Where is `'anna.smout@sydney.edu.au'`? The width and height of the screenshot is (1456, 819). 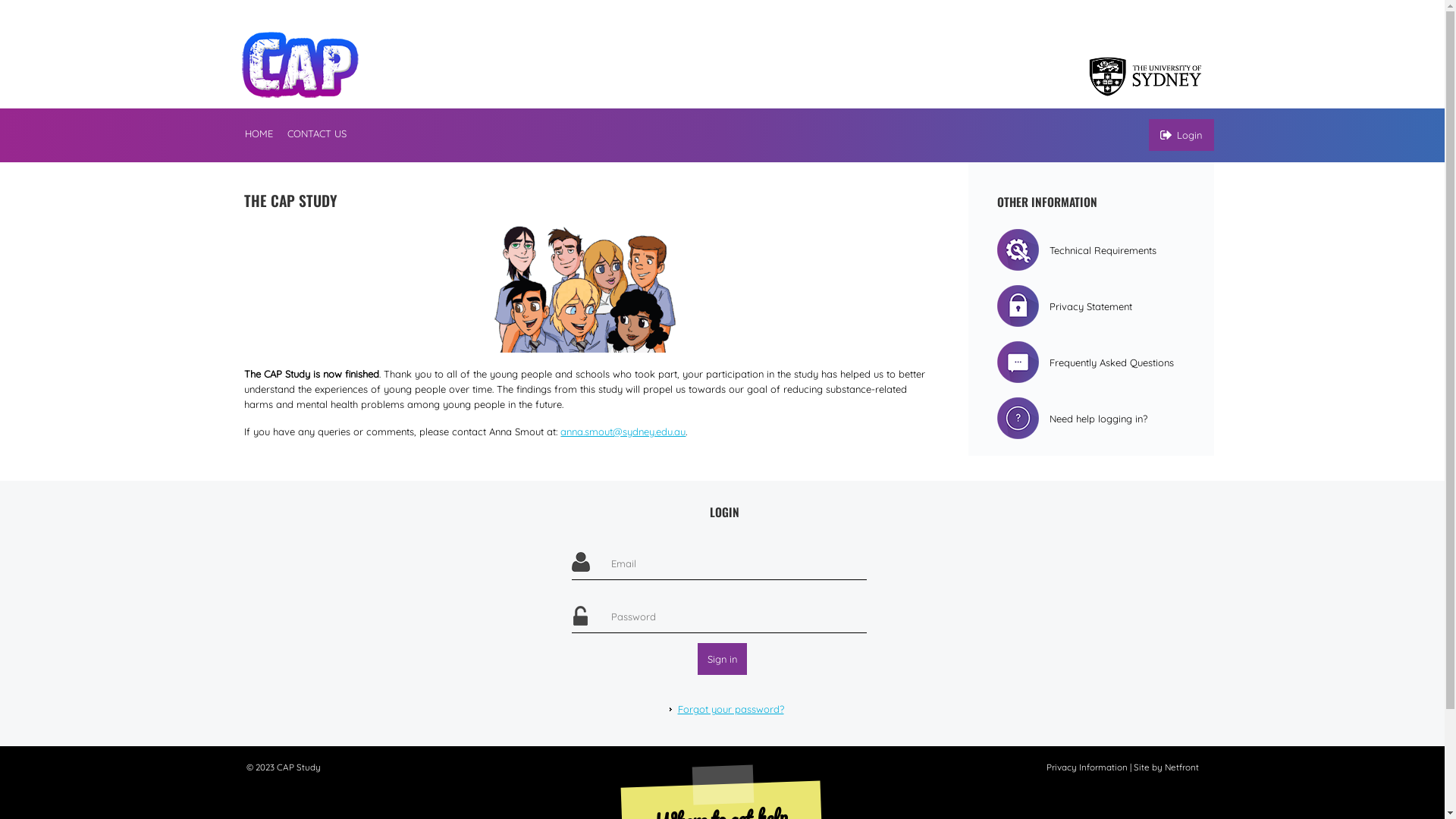
'anna.smout@sydney.edu.au' is located at coordinates (623, 431).